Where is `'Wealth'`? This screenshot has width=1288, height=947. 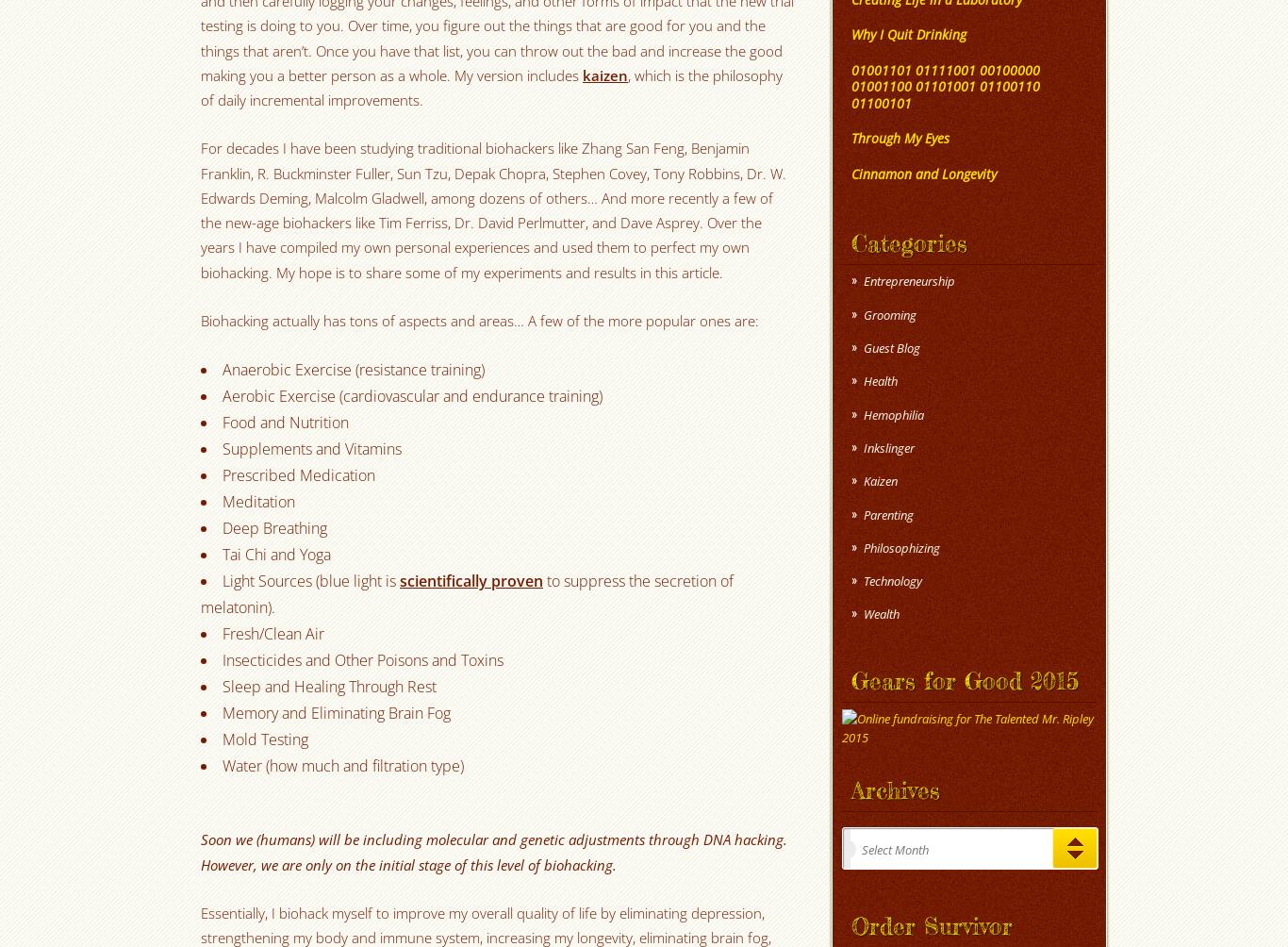
'Wealth' is located at coordinates (882, 612).